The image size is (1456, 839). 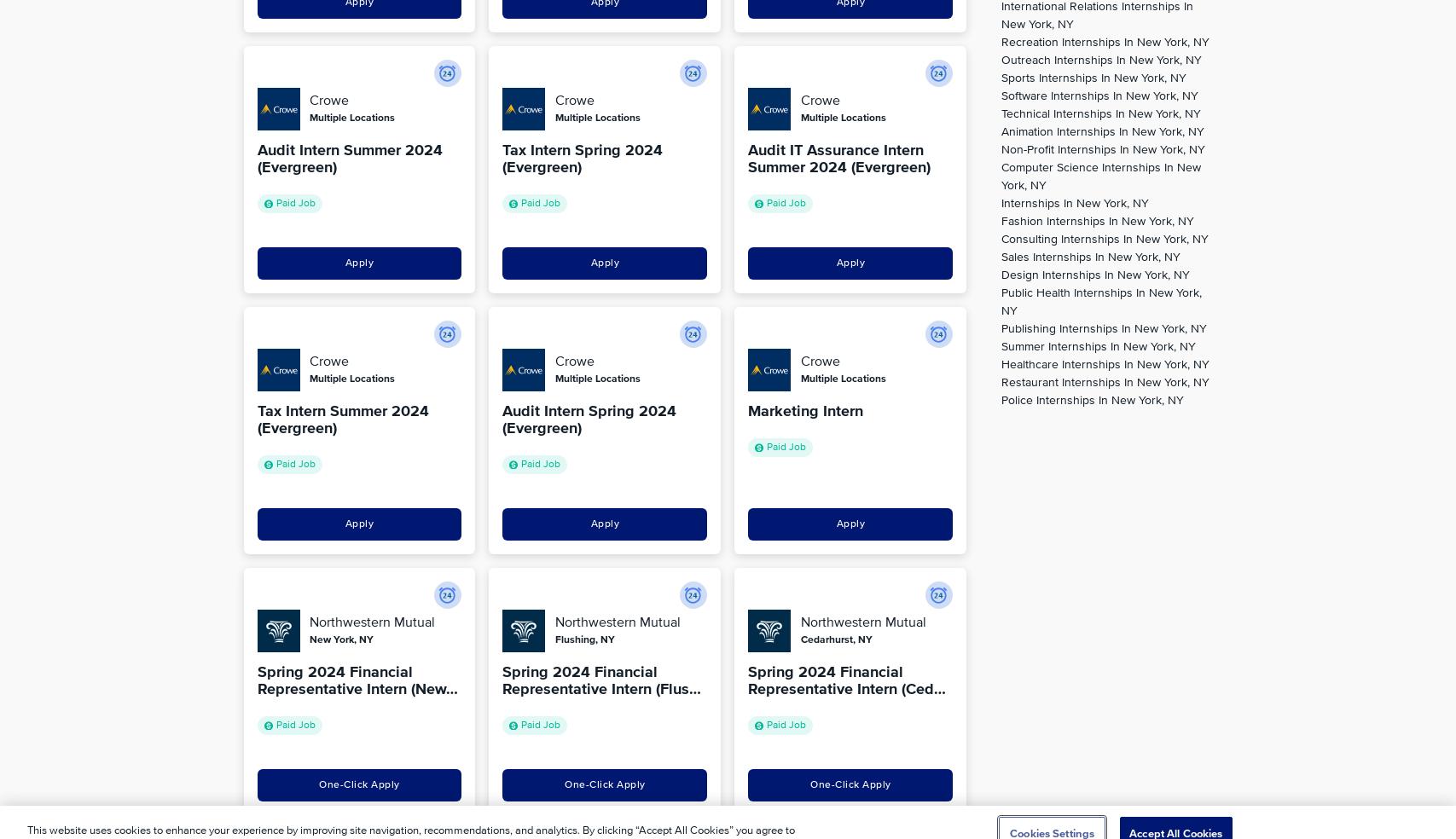 I want to click on 'Summer Internships in New York, NY', so click(x=1097, y=346).